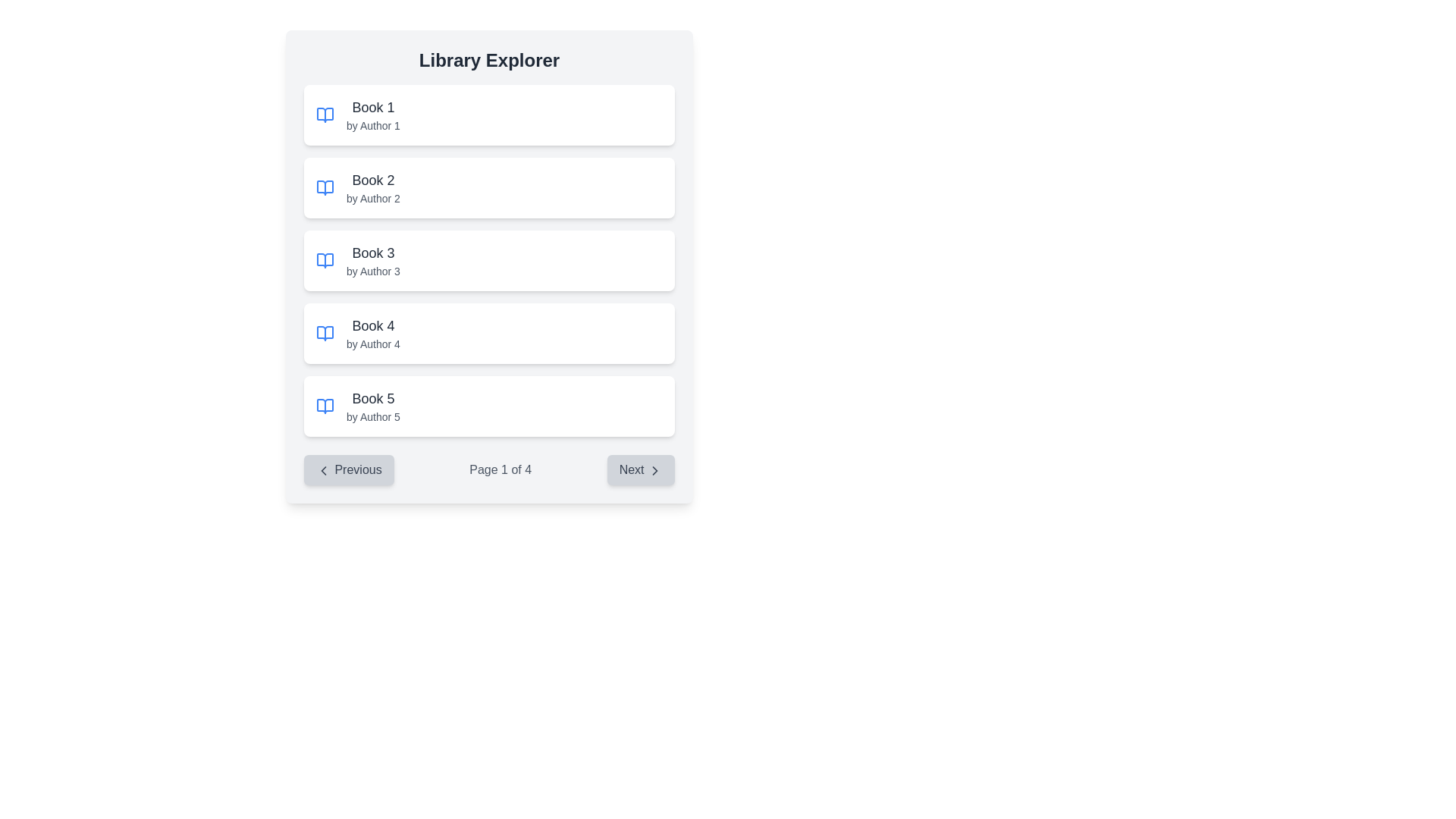  Describe the element at coordinates (323, 469) in the screenshot. I see `the auxiliary icon indicating the 'Previous' button functionality, located at the bottom-left section of the interface near the pagination controls` at that location.